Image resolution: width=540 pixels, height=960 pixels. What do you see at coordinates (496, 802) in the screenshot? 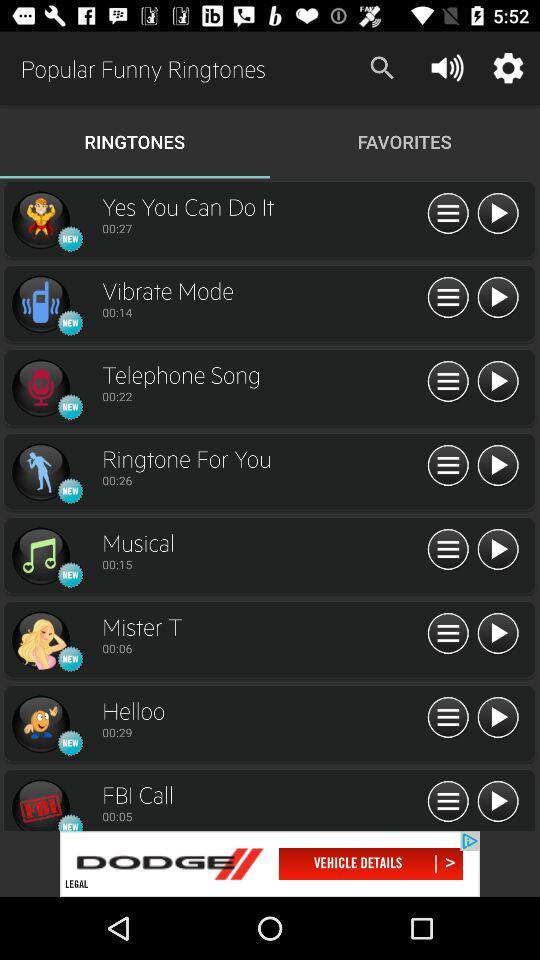
I see `ringtone` at bounding box center [496, 802].